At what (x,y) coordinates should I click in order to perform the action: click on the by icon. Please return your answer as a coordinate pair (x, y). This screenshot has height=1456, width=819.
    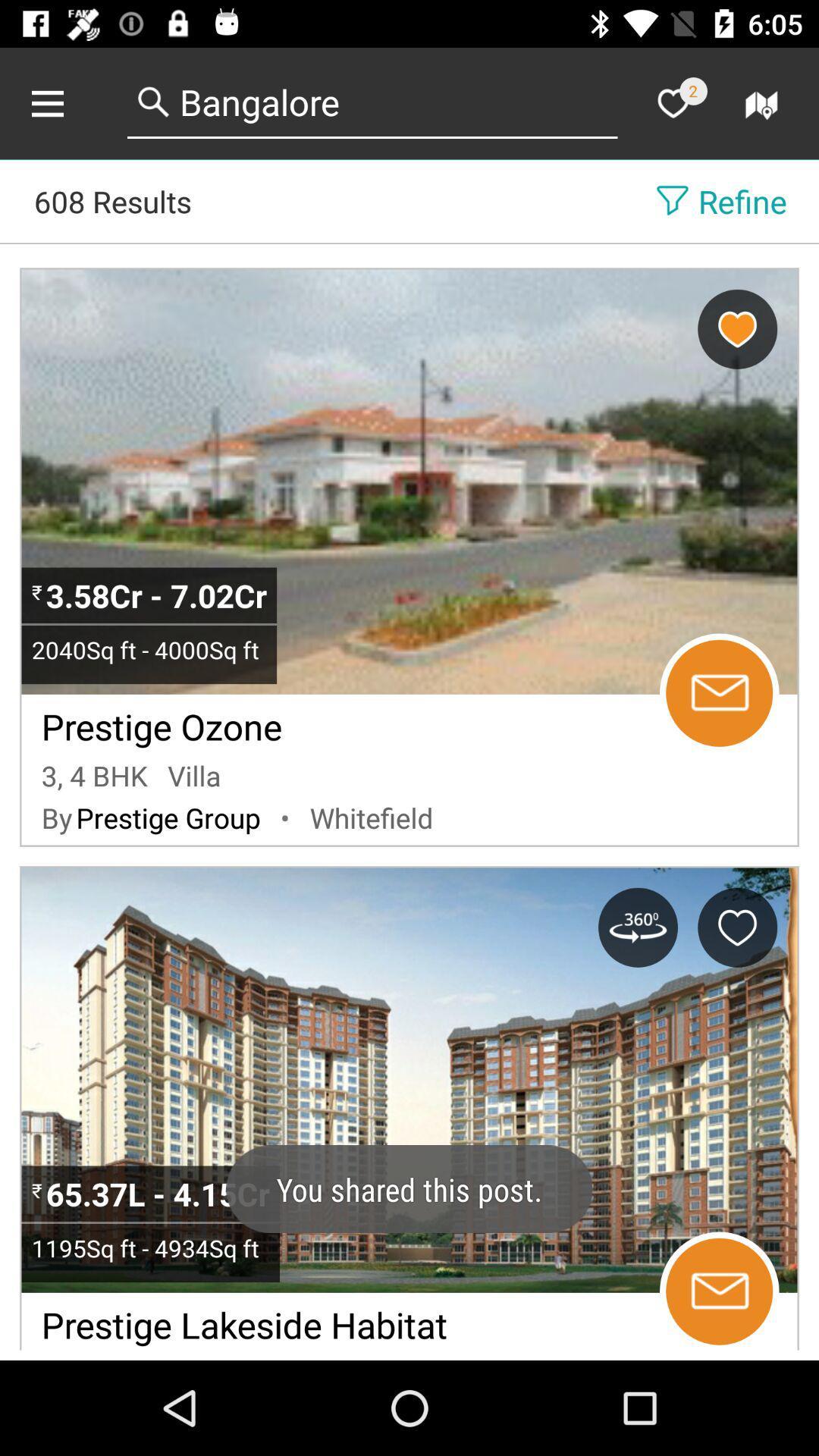
    Looking at the image, I should click on (55, 817).